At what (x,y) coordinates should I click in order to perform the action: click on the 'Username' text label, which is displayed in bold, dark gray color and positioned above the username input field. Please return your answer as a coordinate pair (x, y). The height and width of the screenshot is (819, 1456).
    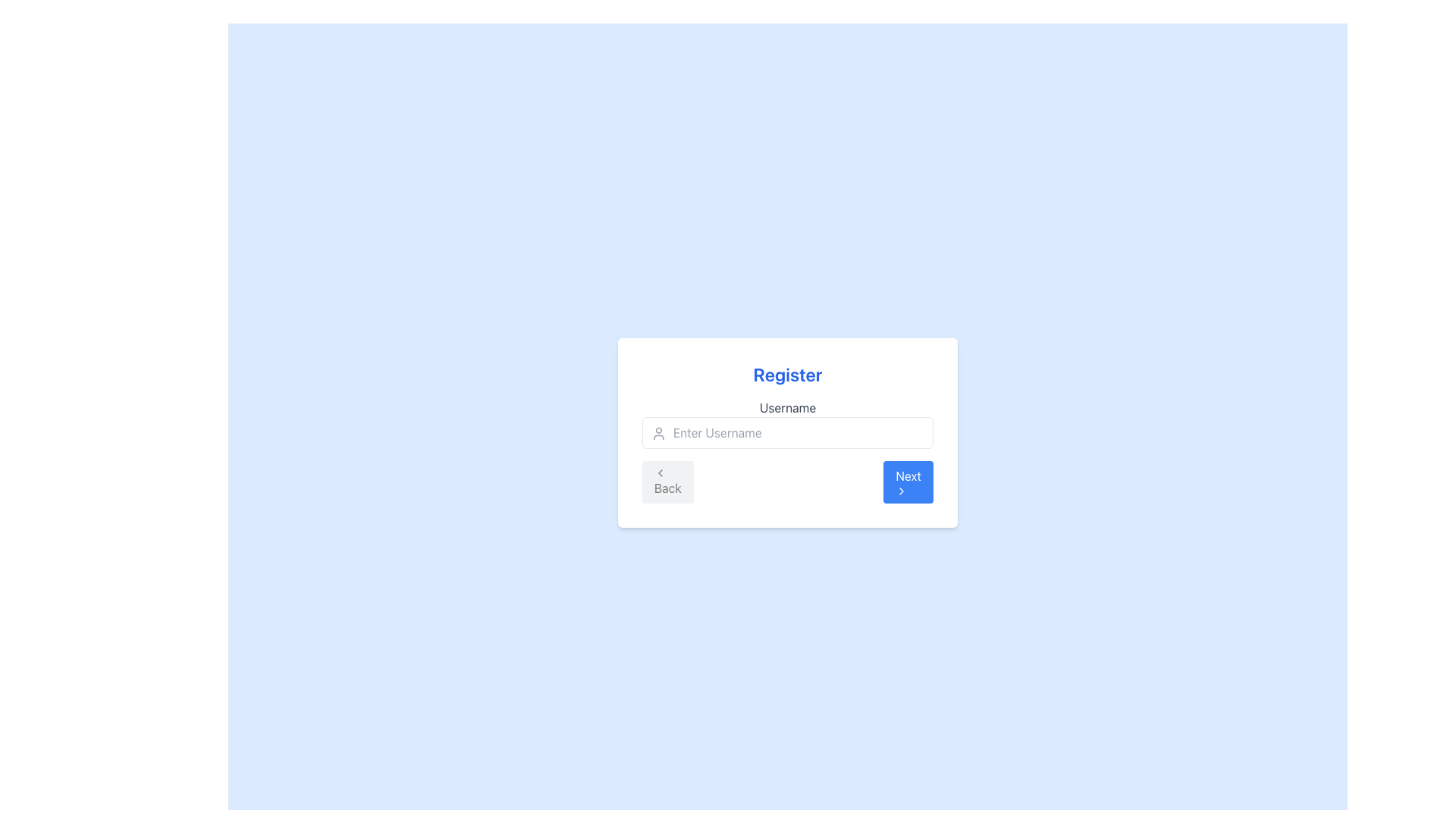
    Looking at the image, I should click on (787, 406).